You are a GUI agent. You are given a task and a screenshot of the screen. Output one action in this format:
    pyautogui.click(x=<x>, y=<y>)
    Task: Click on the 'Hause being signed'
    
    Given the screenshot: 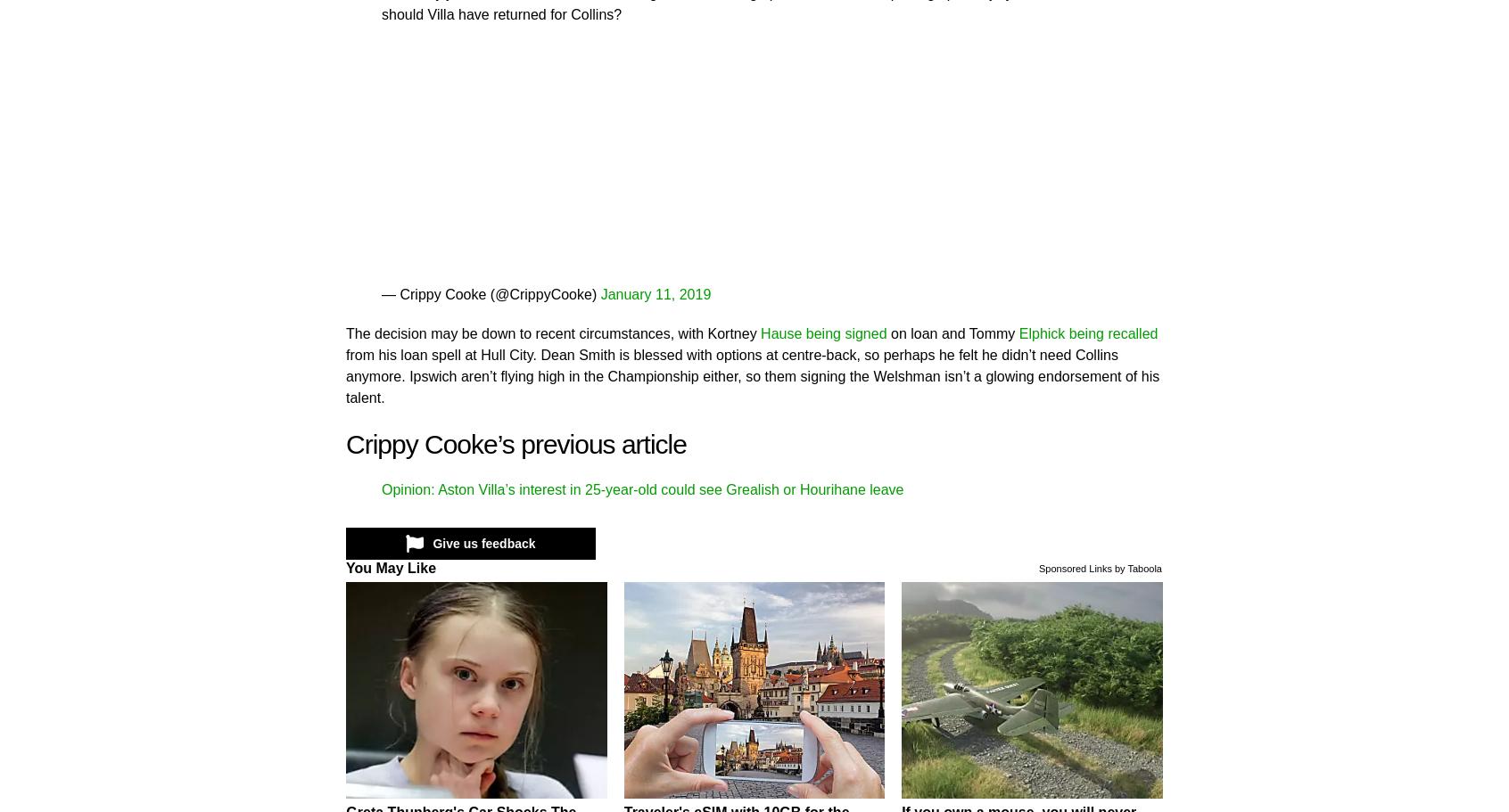 What is the action you would take?
    pyautogui.click(x=823, y=332)
    